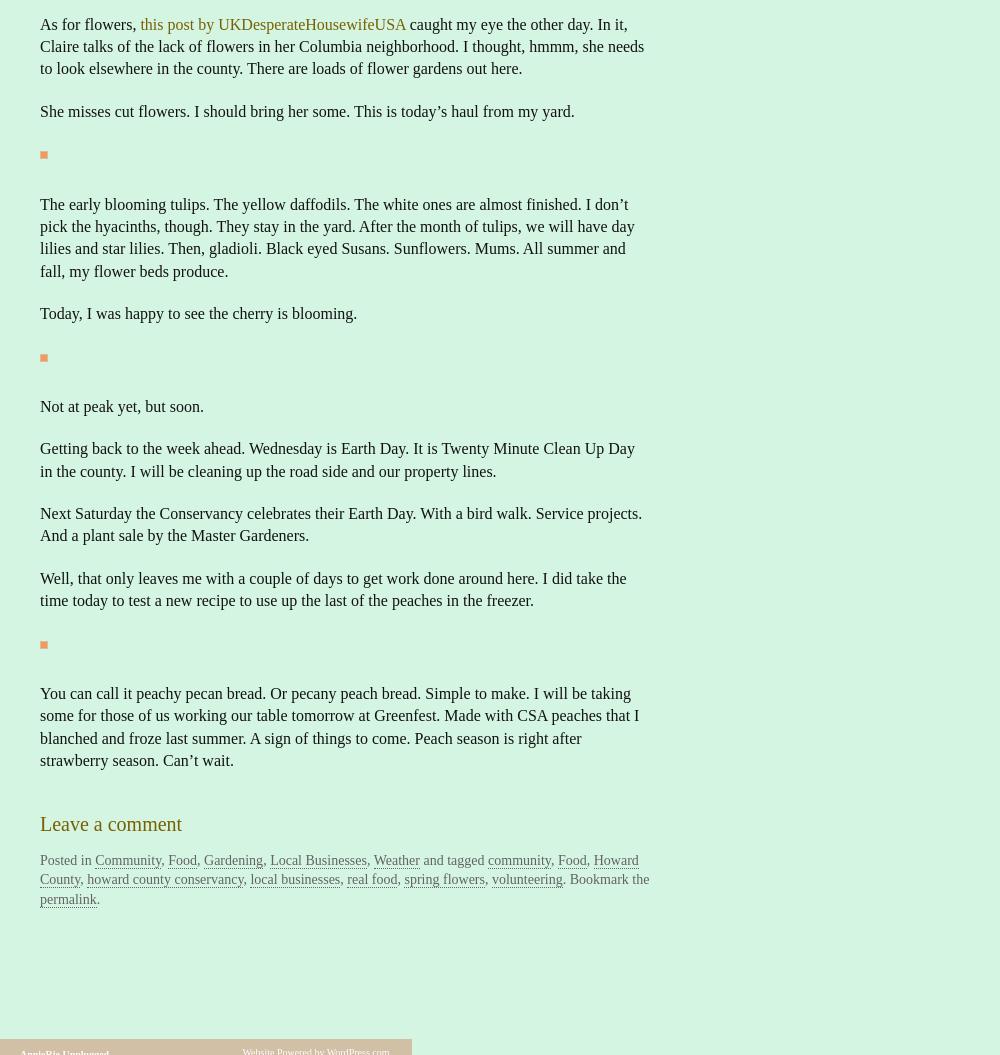 This screenshot has height=1055, width=1000. Describe the element at coordinates (97, 897) in the screenshot. I see `'.'` at that location.